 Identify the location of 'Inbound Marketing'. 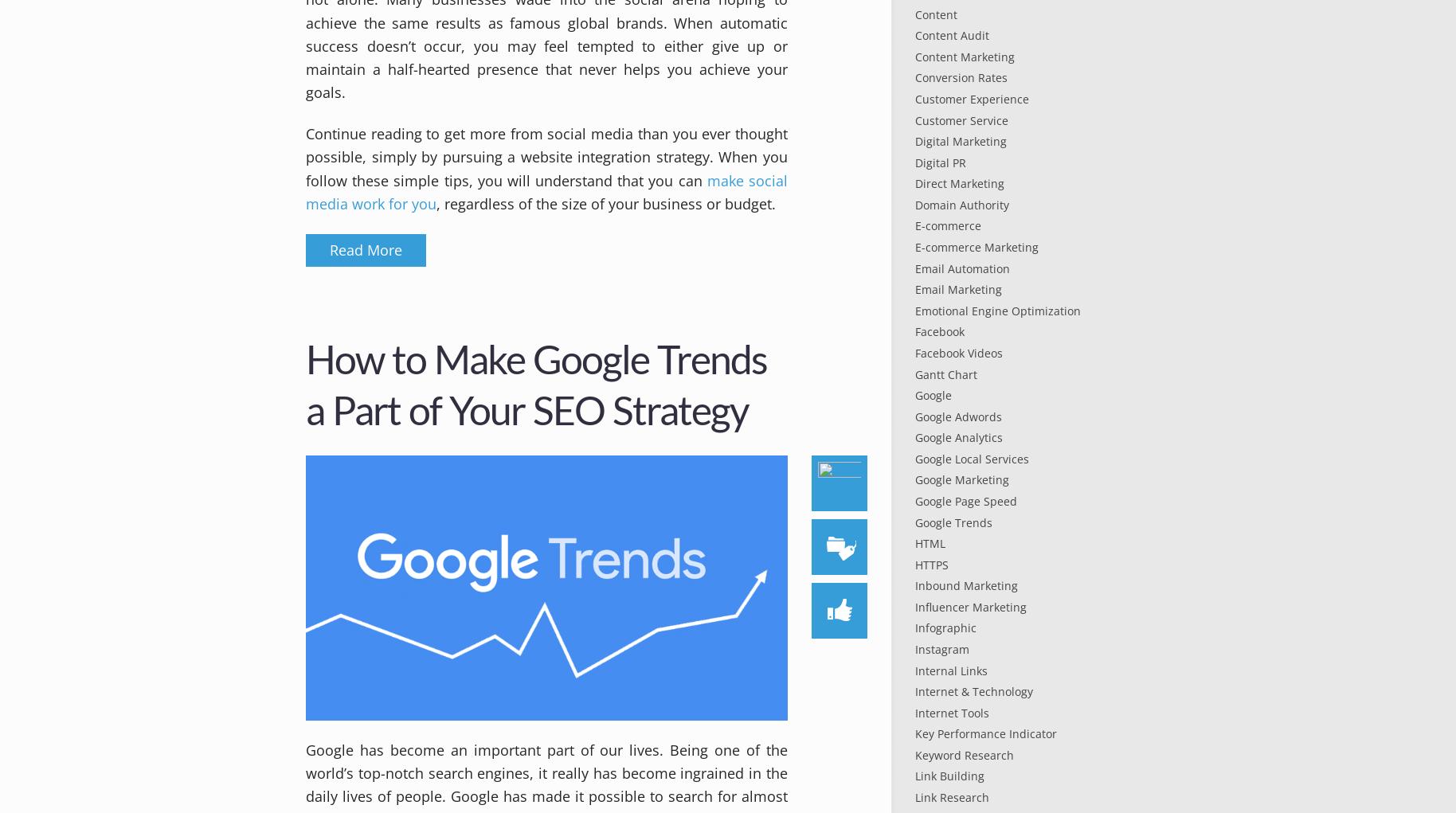
(965, 584).